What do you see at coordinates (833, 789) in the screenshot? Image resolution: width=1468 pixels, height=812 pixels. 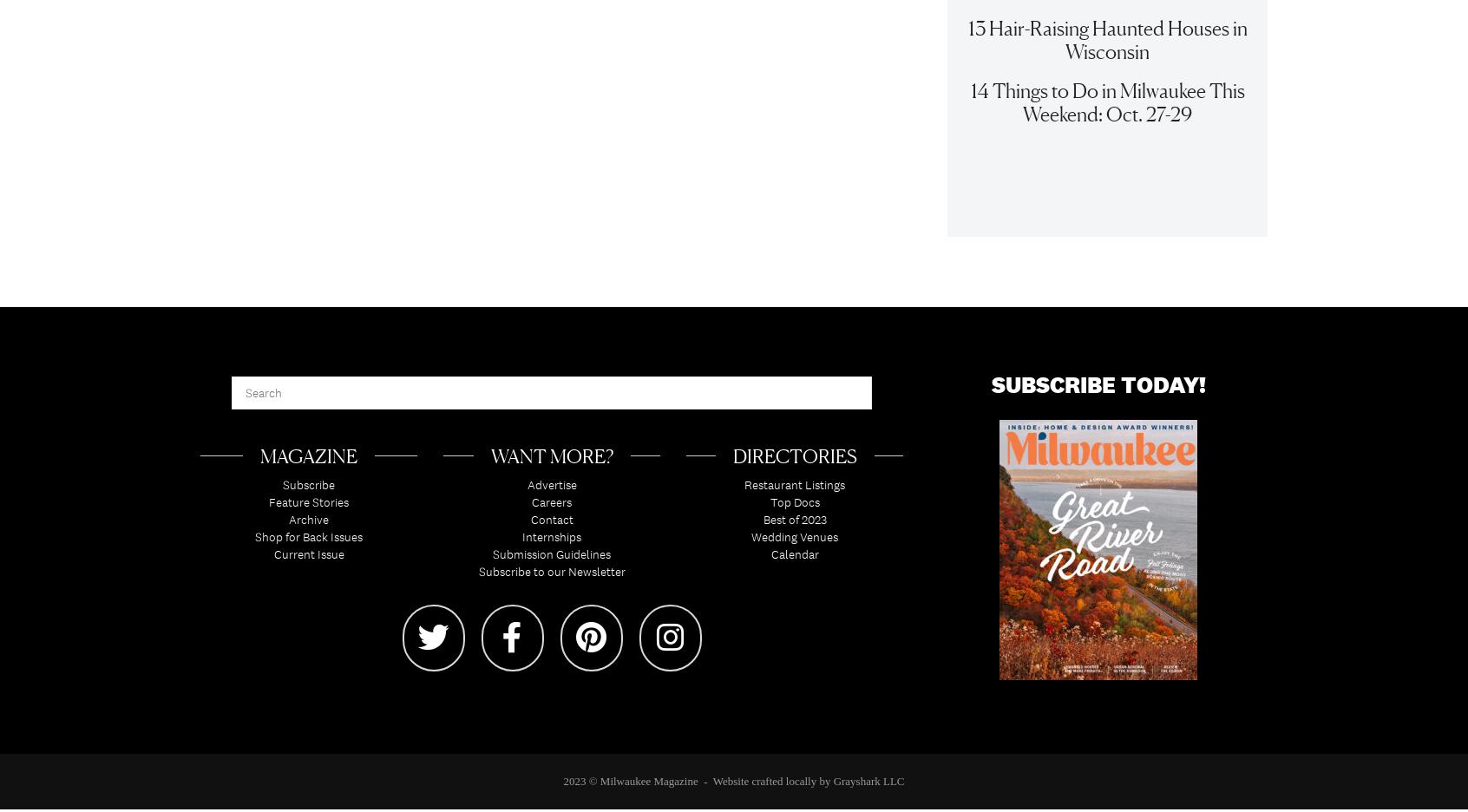 I see `'Grayshark LLC'` at bounding box center [833, 789].